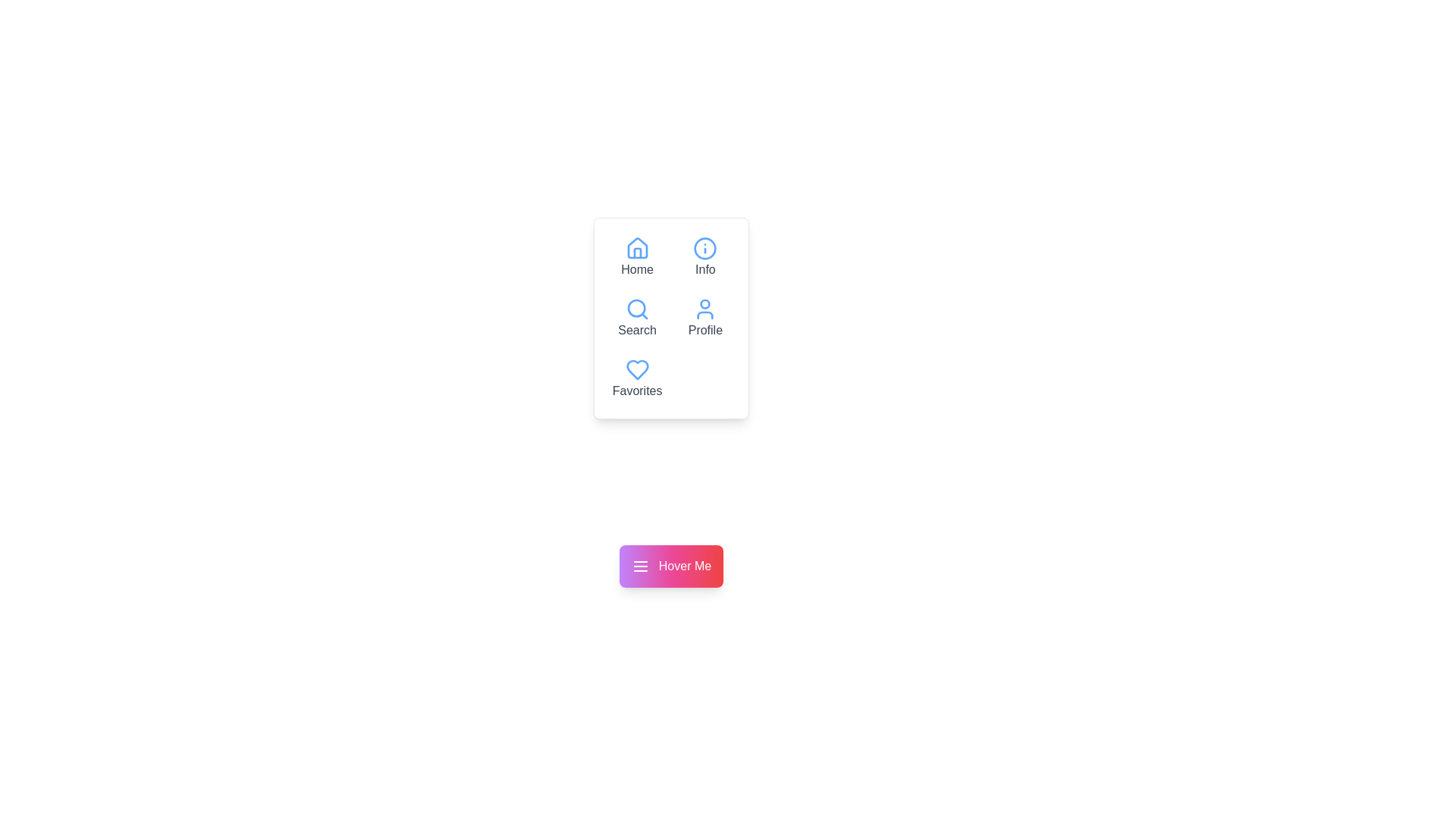  What do you see at coordinates (637, 329) in the screenshot?
I see `the Text label indicating the functionality of the search feature, which is located below the magnifying glass icon and above the 'Favorites' text label` at bounding box center [637, 329].